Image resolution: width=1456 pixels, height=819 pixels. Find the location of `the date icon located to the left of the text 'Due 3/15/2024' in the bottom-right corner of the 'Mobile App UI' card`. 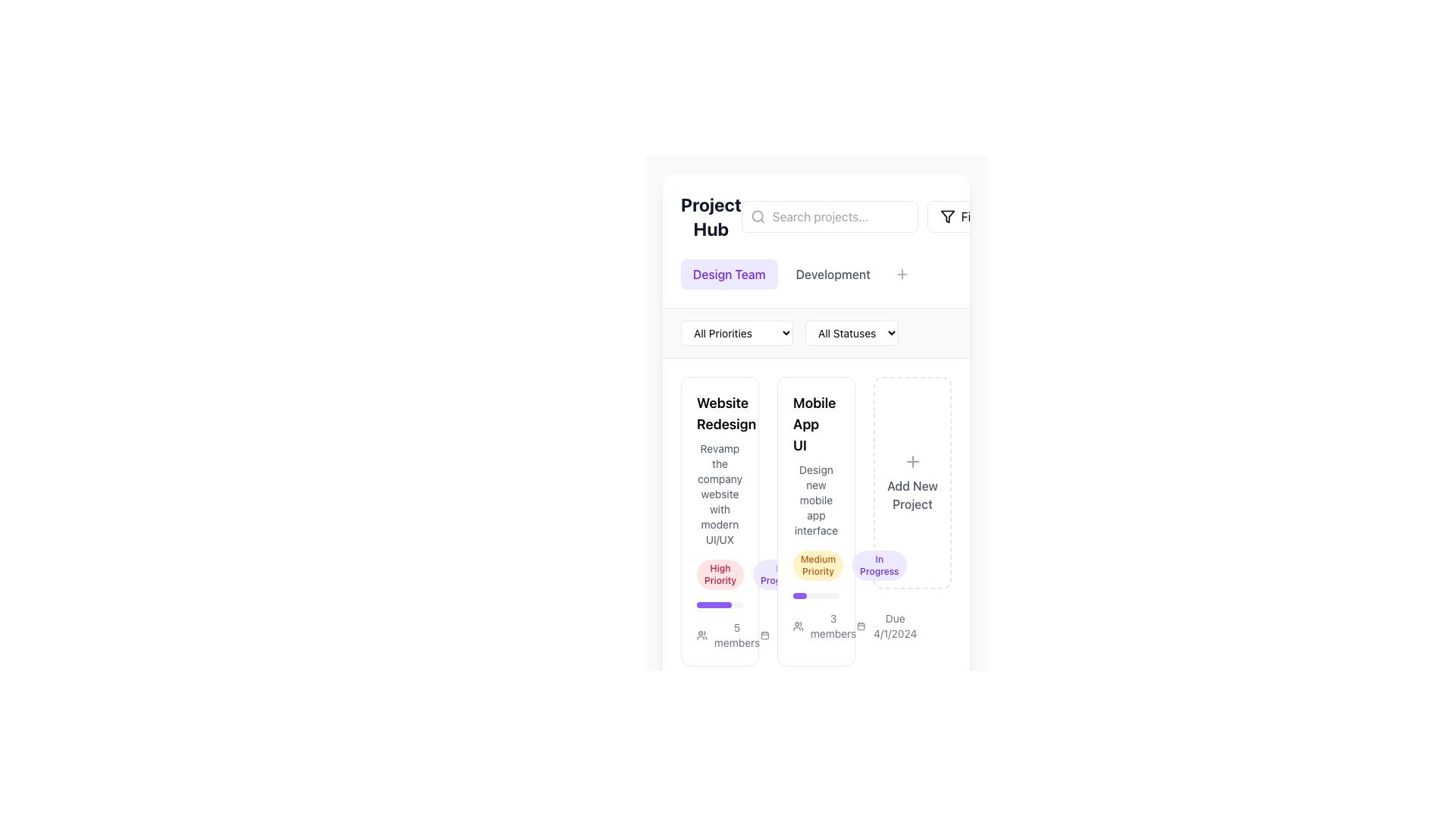

the date icon located to the left of the text 'Due 3/15/2024' in the bottom-right corner of the 'Mobile App UI' card is located at coordinates (765, 635).